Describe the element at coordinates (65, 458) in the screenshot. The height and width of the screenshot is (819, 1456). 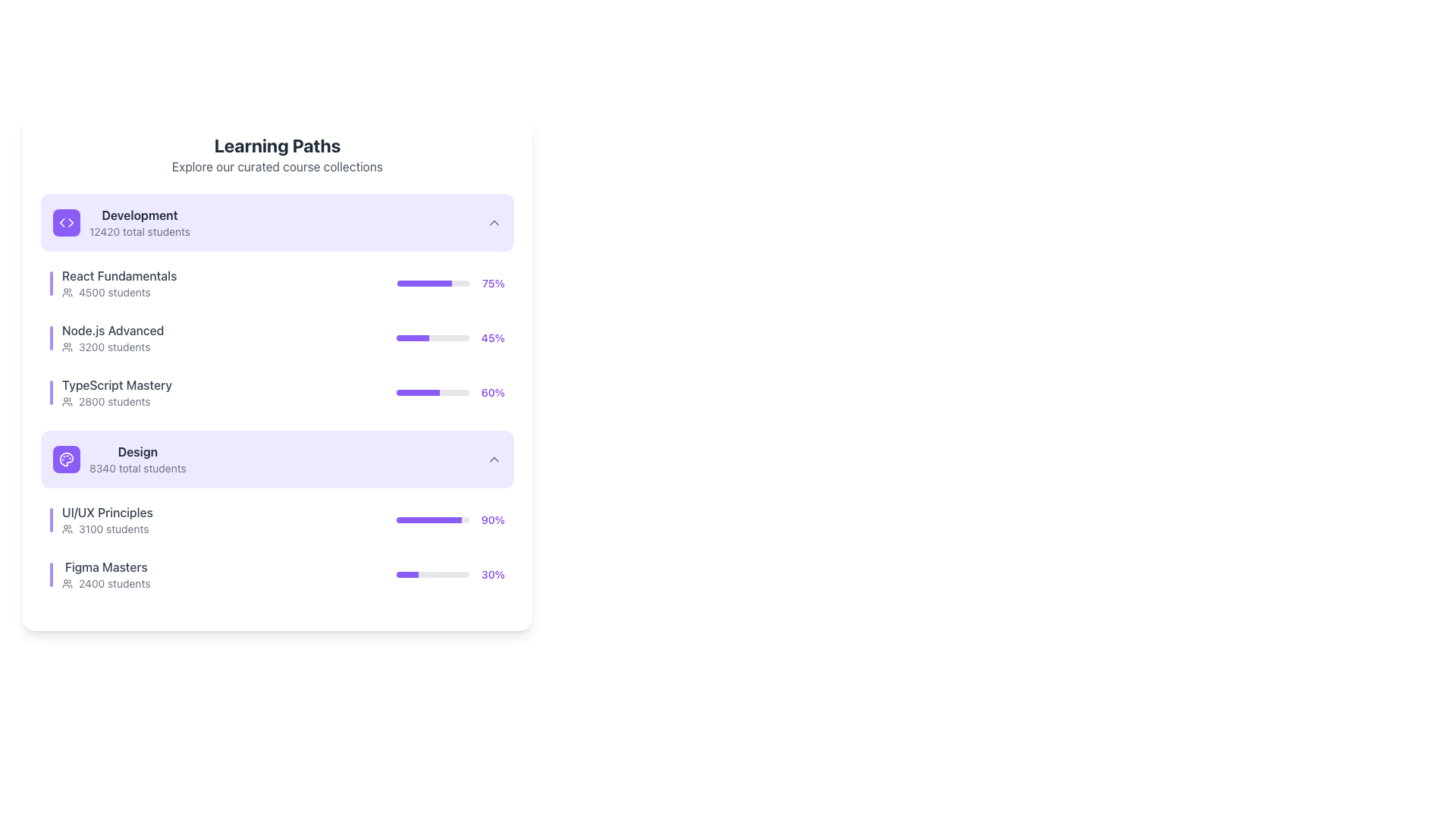
I see `the palette icon located in the 'Design' section, which has a circular shape with small circles inside, positioned to the left of the 'Design' title` at that location.